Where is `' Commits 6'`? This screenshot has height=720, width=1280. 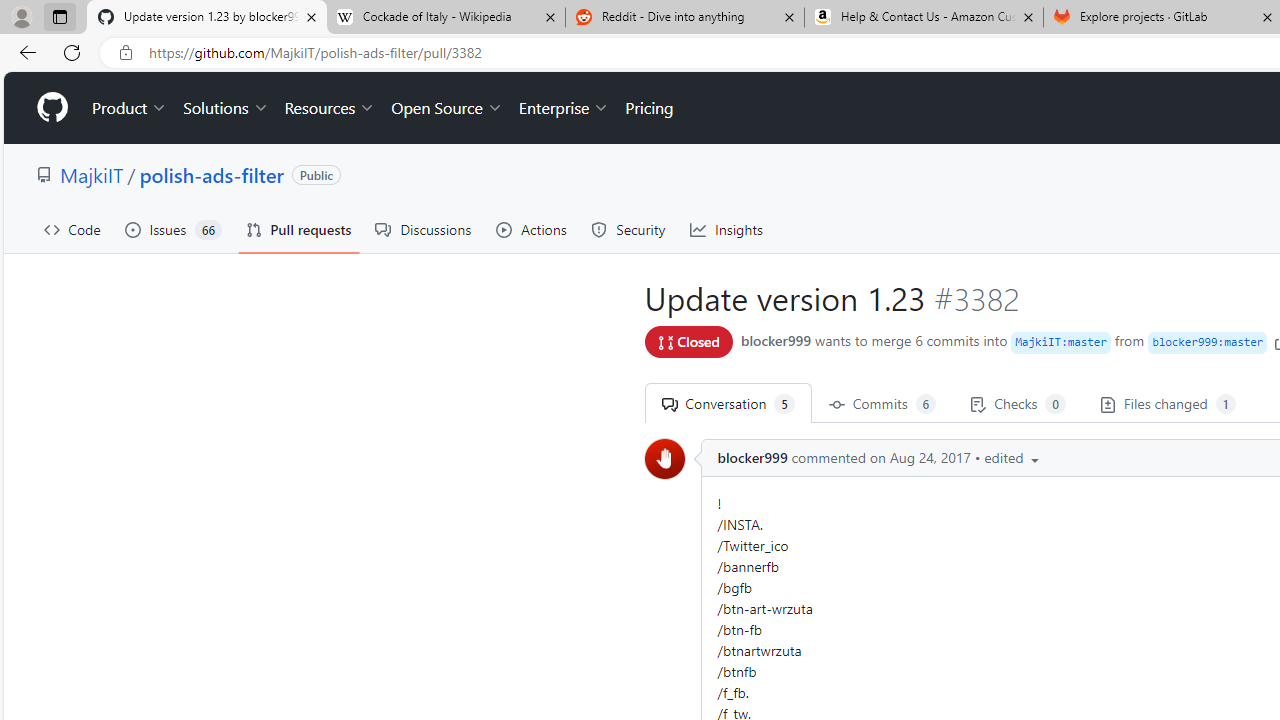 ' Commits 6' is located at coordinates (881, 403).